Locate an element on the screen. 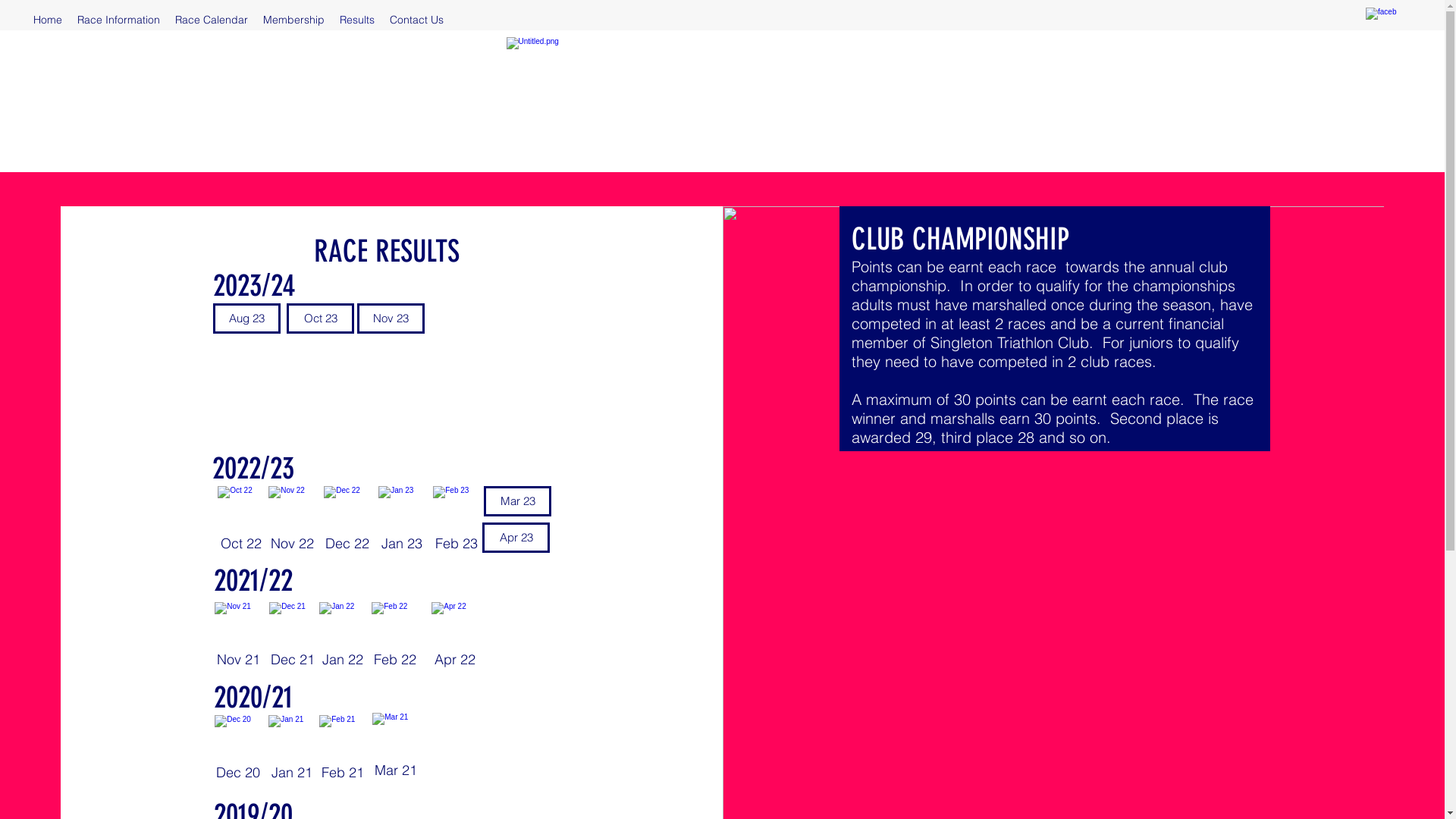 This screenshot has height=819, width=1456. 'Feb 23' is located at coordinates (455, 522).